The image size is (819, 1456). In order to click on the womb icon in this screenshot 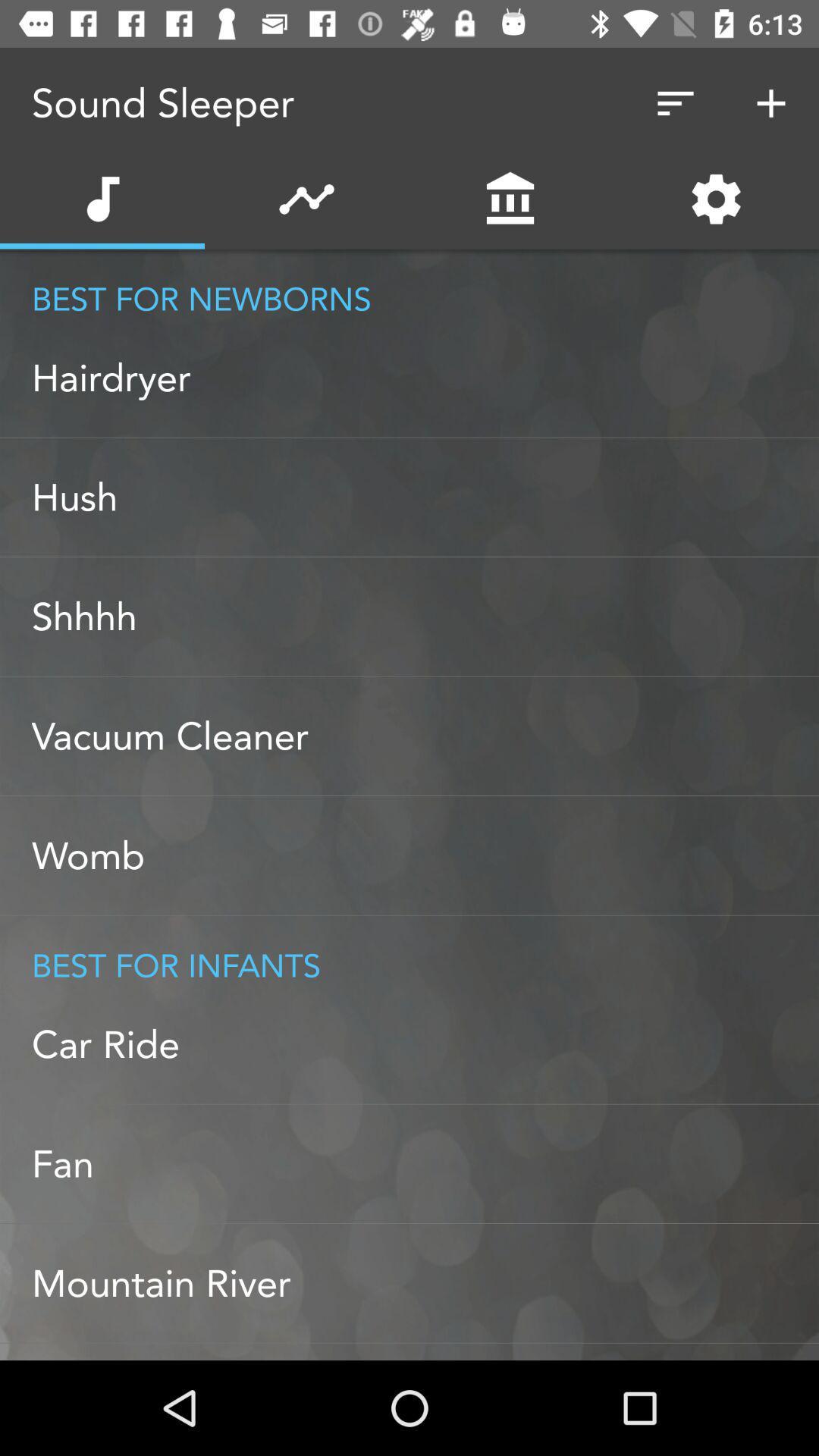, I will do `click(425, 855)`.